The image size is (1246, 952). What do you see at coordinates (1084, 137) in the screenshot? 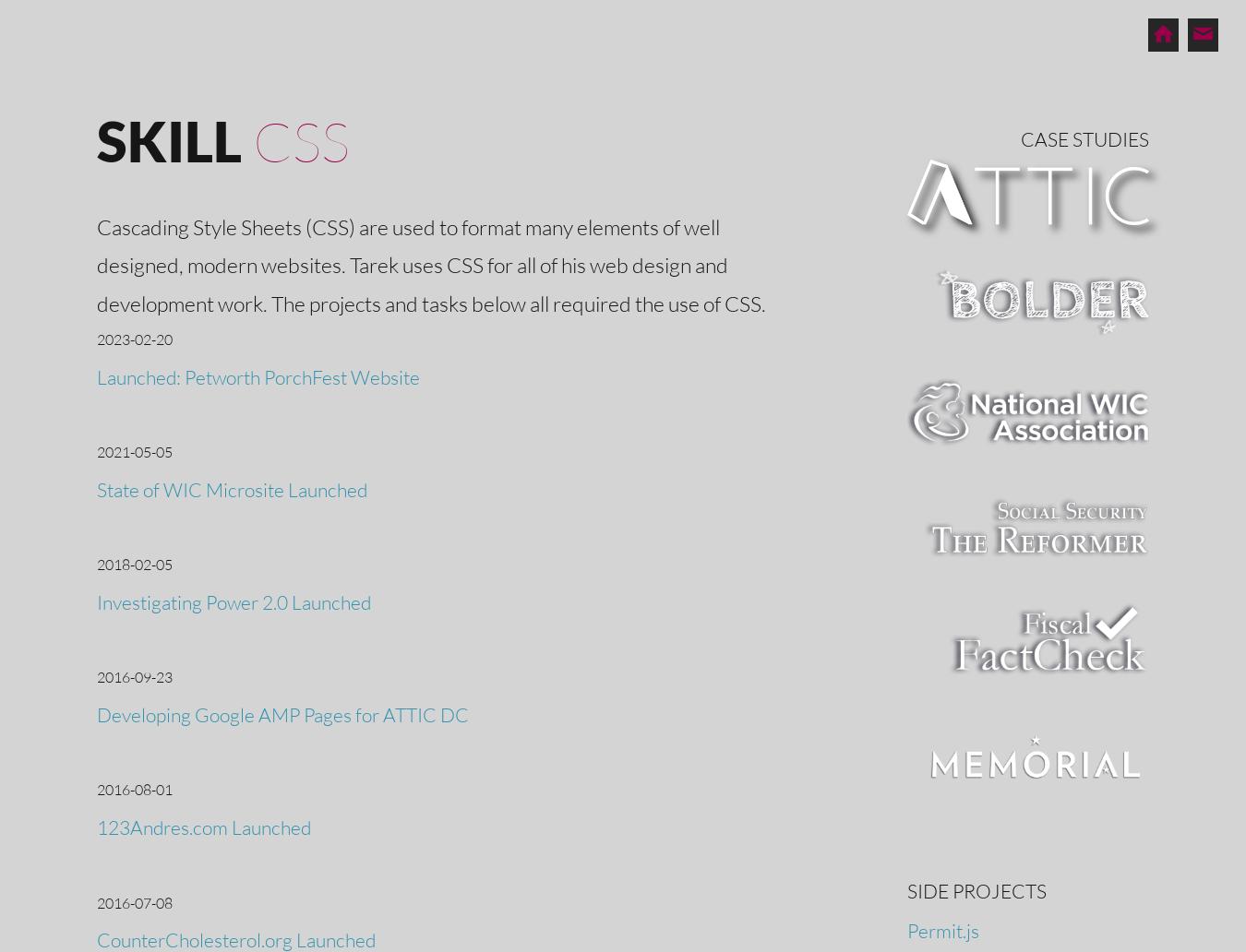
I see `'Case Studies'` at bounding box center [1084, 137].